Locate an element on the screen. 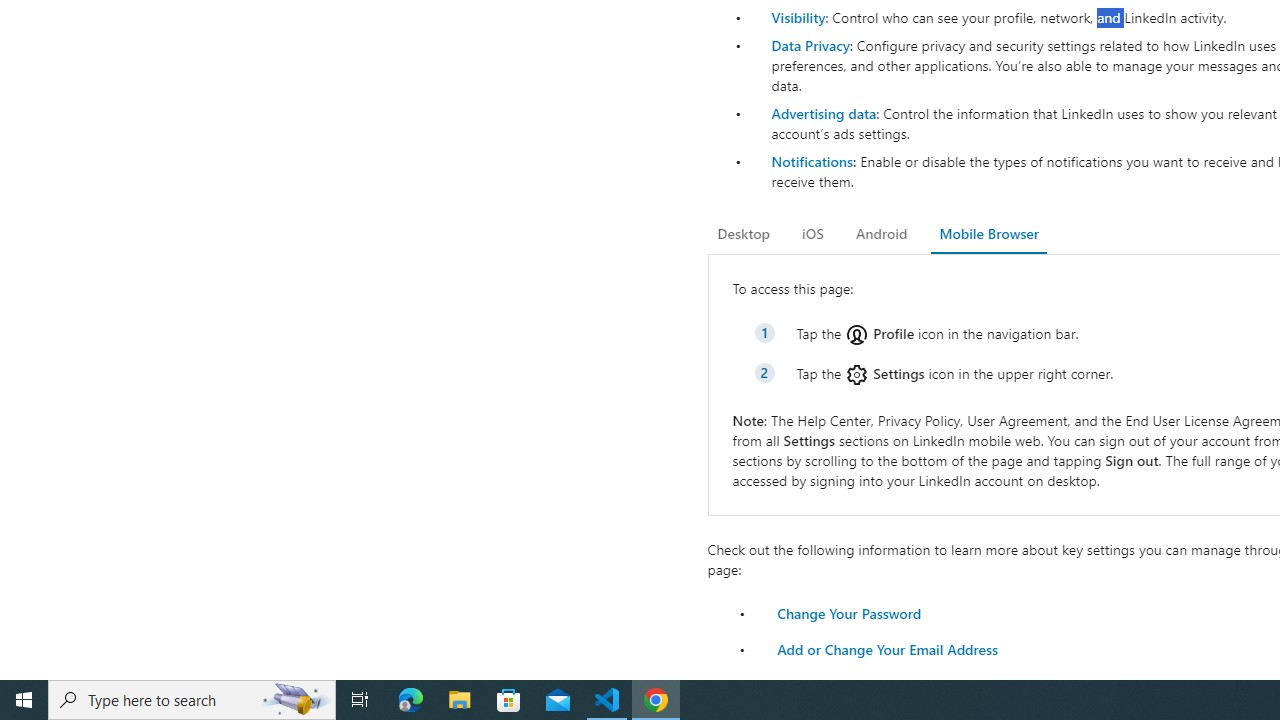 This screenshot has height=720, width=1280. 'Add or Change Your Email Address' is located at coordinates (886, 649).